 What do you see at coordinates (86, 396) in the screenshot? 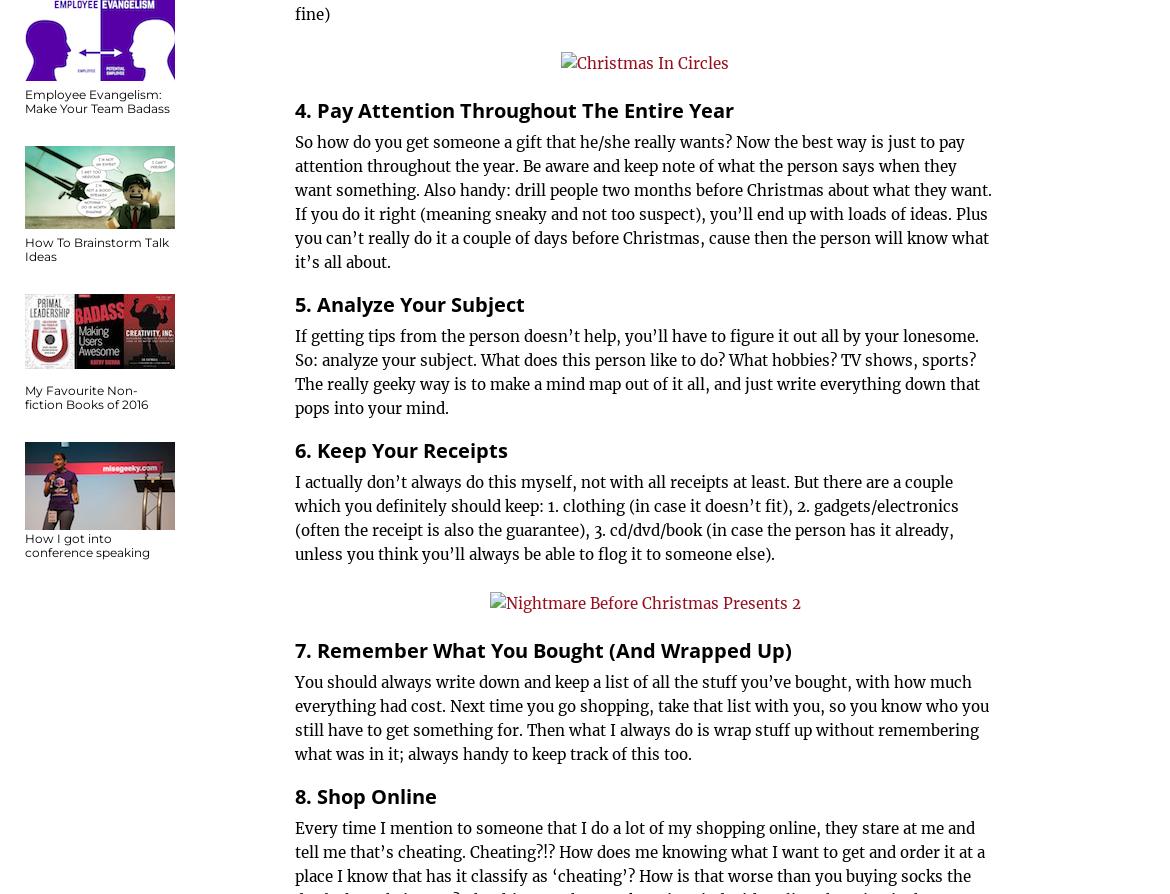
I see `'My Favourite Non-fiction Books of 2016'` at bounding box center [86, 396].